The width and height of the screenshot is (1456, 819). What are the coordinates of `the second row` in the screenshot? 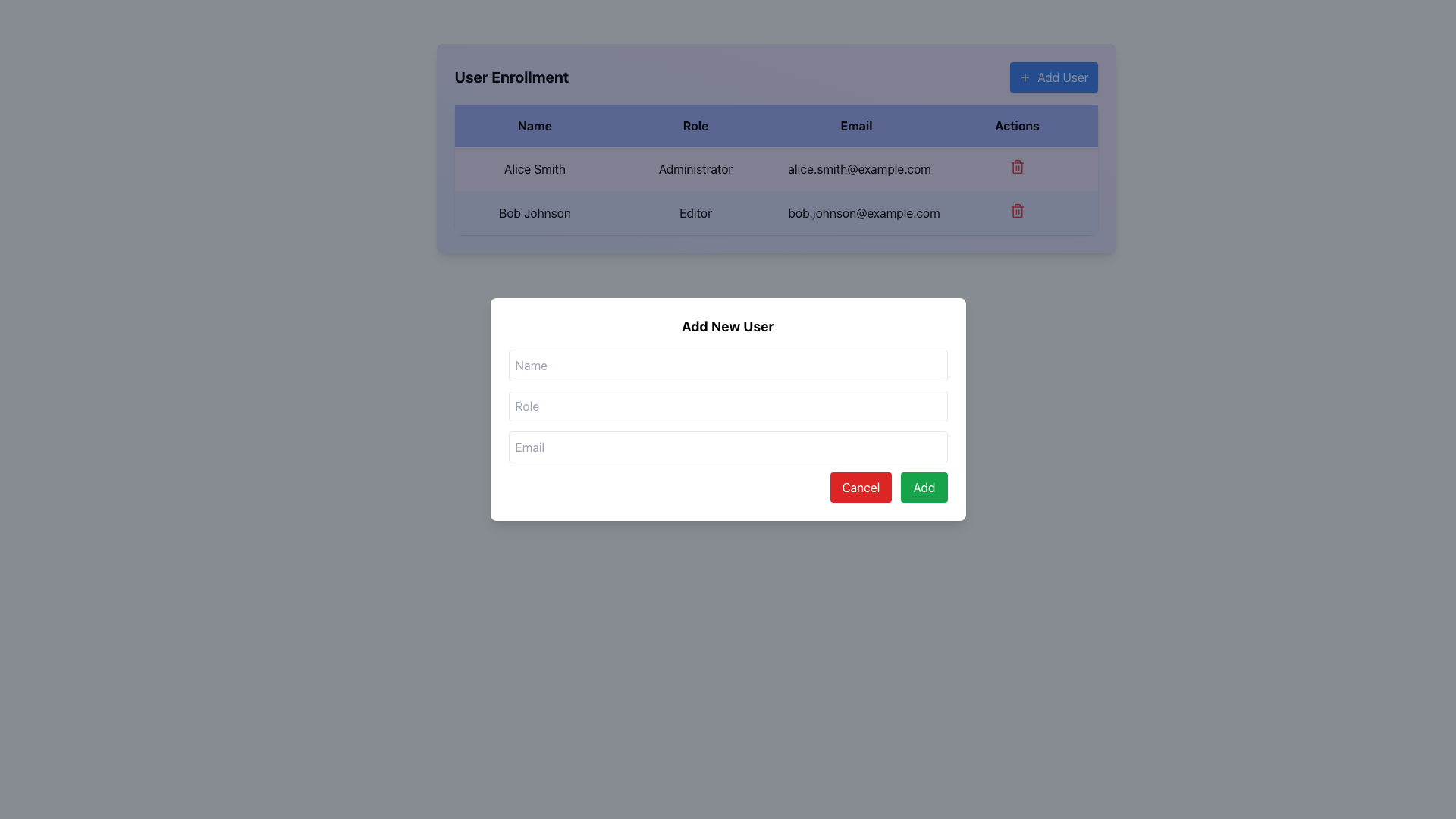 It's located at (776, 213).